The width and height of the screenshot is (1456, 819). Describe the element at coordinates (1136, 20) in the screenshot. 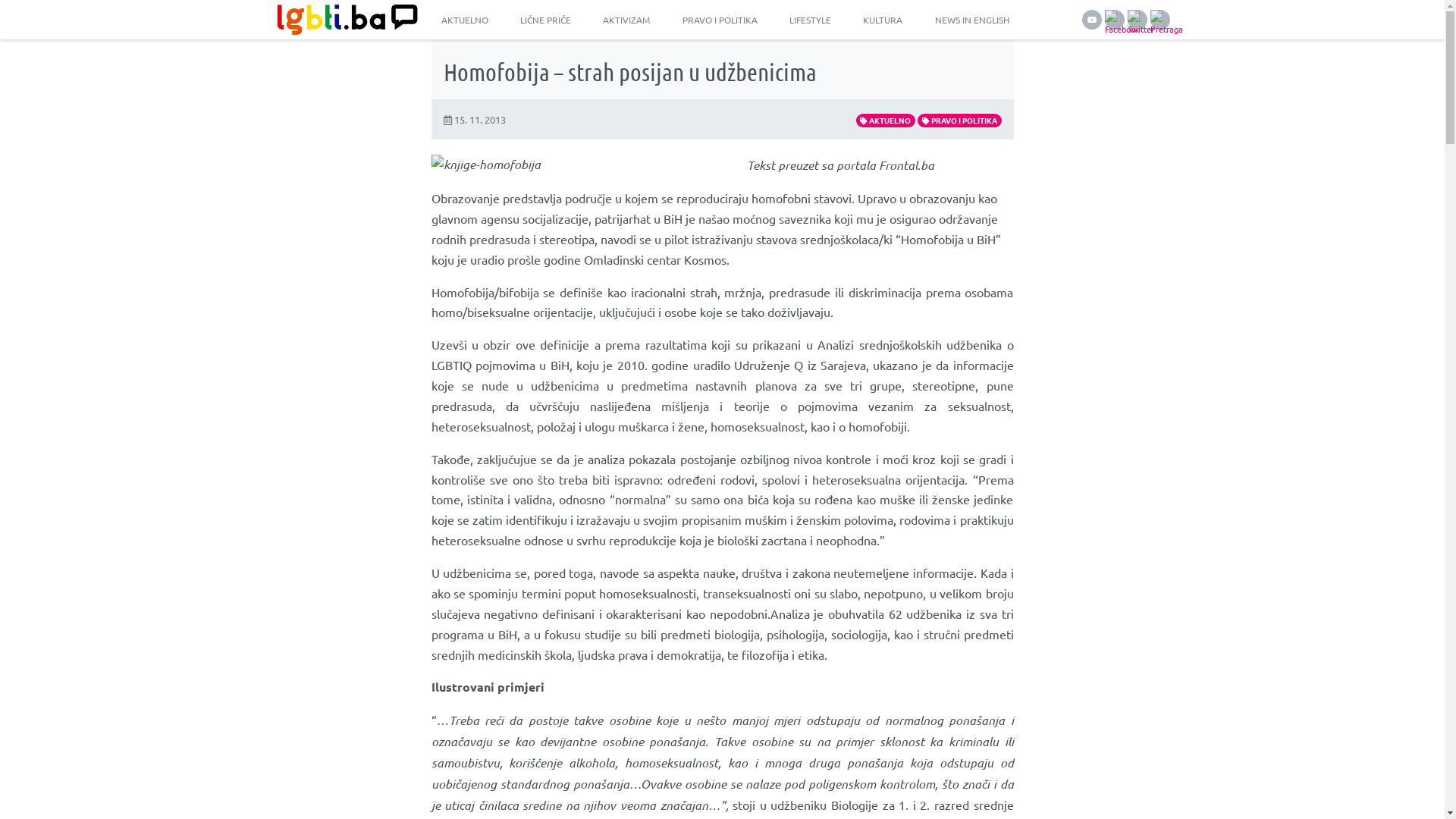

I see `'Twitter'` at that location.